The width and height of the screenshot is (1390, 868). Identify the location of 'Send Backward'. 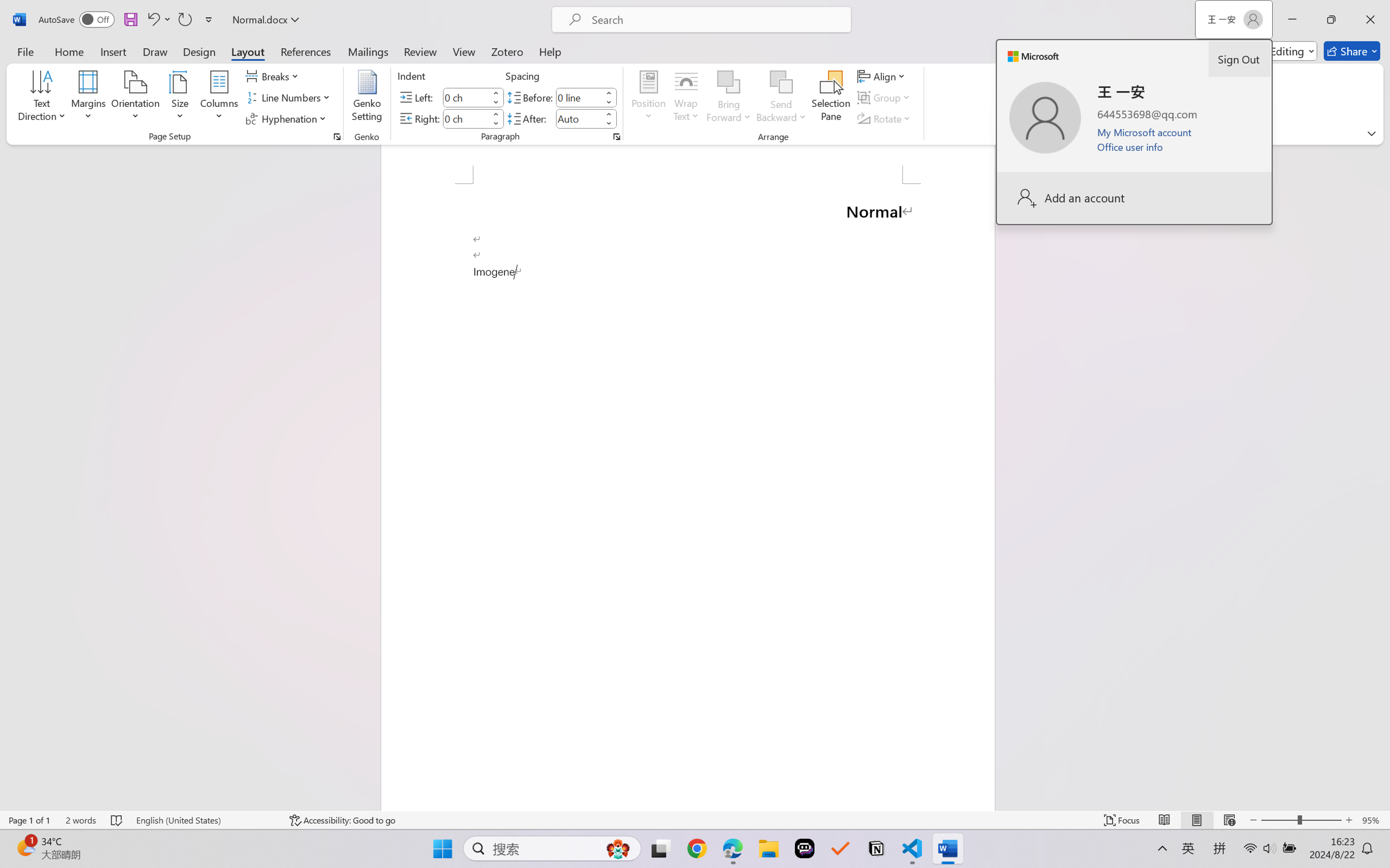
(781, 98).